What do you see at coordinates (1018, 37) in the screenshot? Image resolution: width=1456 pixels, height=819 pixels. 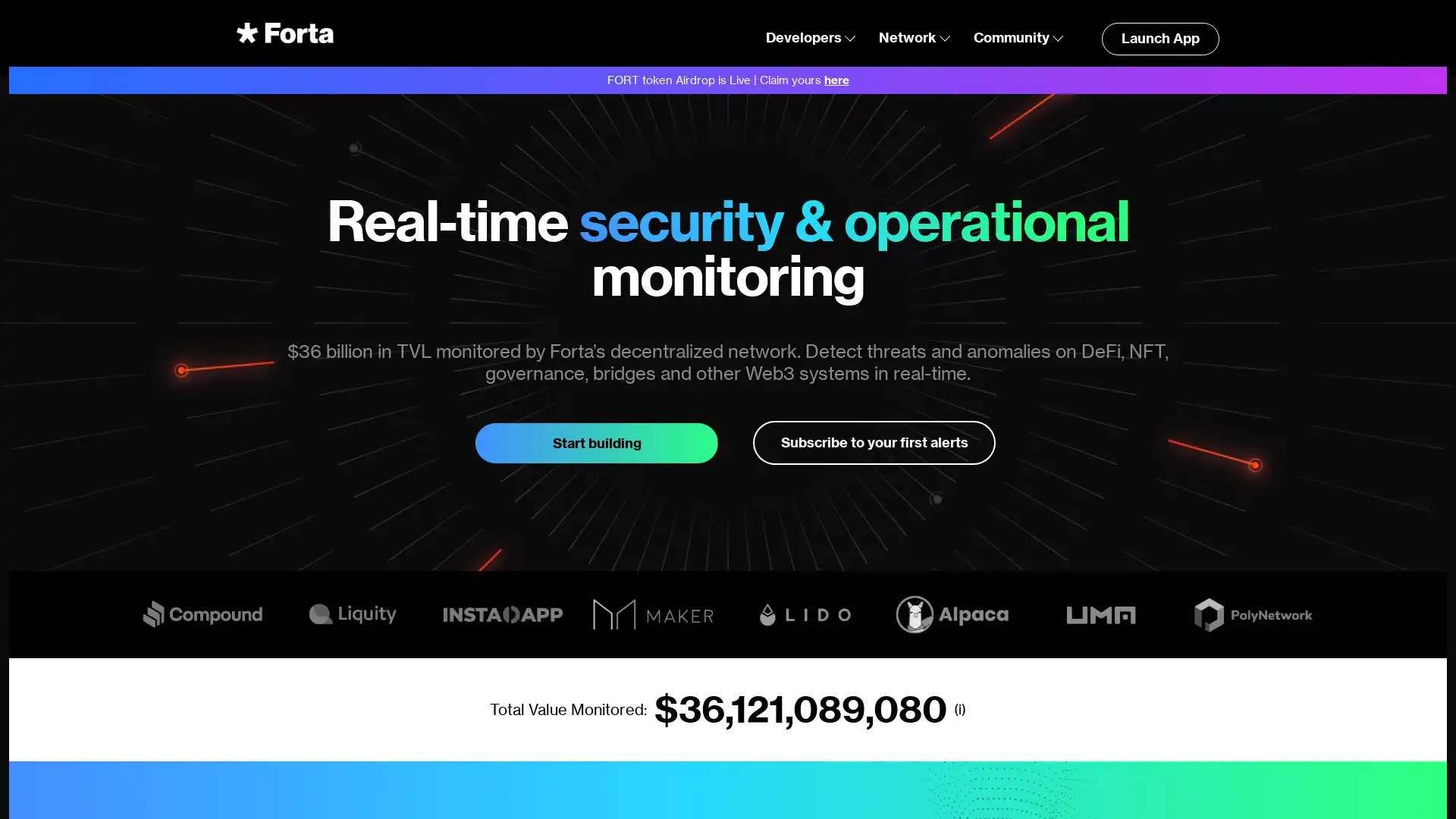 I see `Community` at bounding box center [1018, 37].